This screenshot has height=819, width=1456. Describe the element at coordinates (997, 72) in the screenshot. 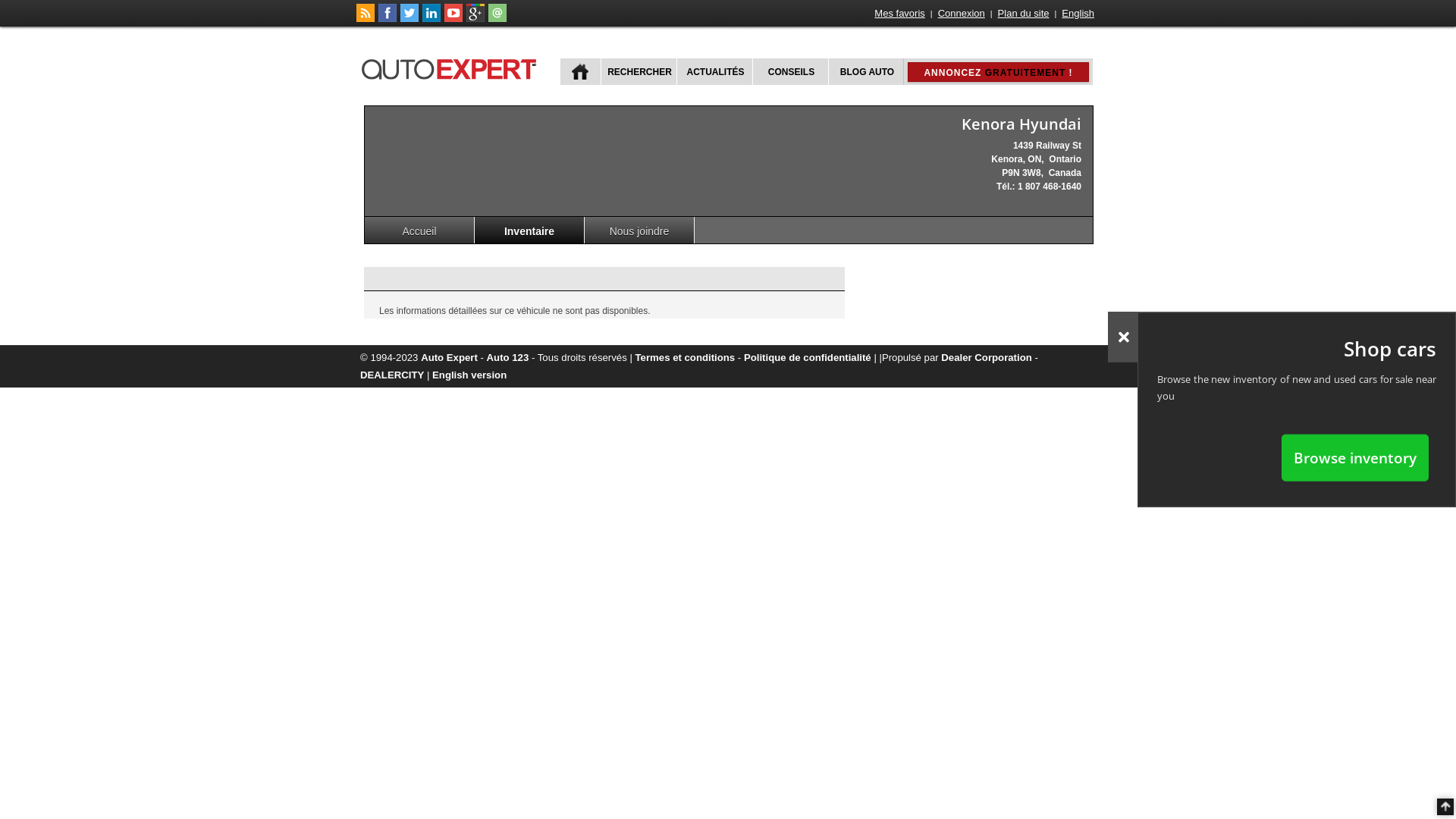

I see `'ANNONCEZ GRATUITEMENT !'` at that location.